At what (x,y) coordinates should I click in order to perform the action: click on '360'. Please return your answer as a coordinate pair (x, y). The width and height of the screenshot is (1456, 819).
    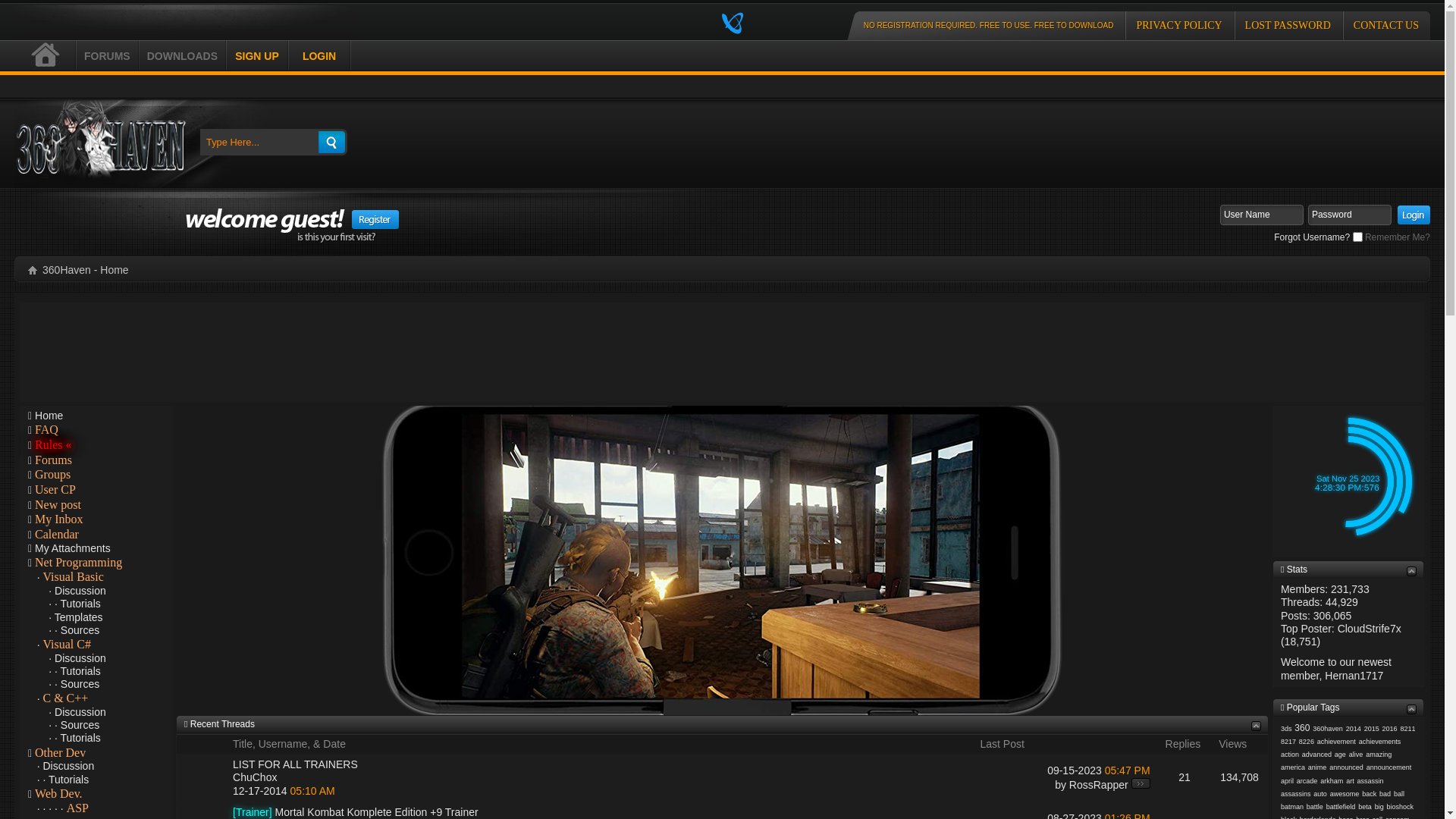
    Looking at the image, I should click on (1301, 727).